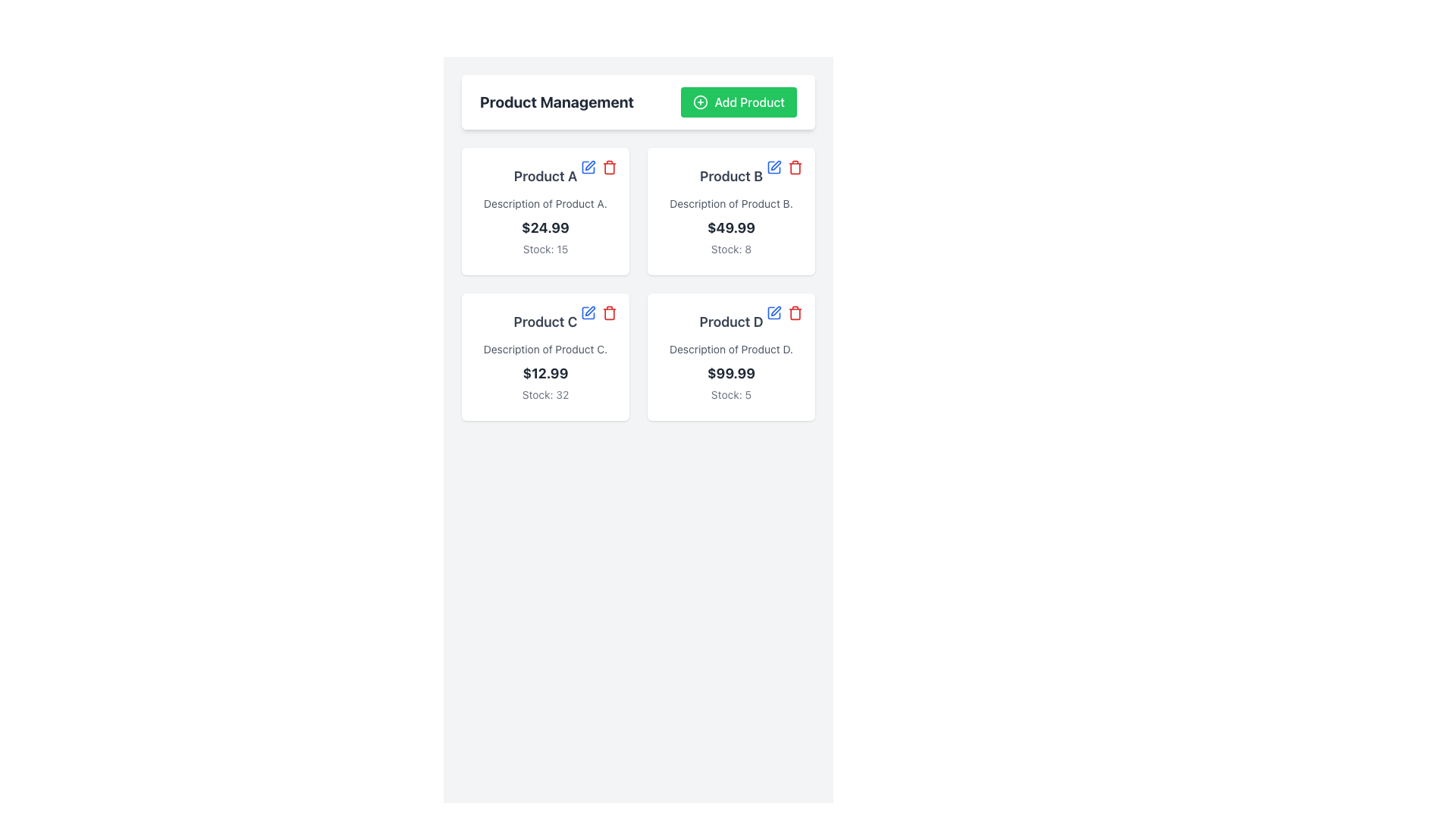 The height and width of the screenshot is (819, 1456). Describe the element at coordinates (795, 312) in the screenshot. I see `the trash icon button located in the top-right corner of the 'Product D' card` at that location.